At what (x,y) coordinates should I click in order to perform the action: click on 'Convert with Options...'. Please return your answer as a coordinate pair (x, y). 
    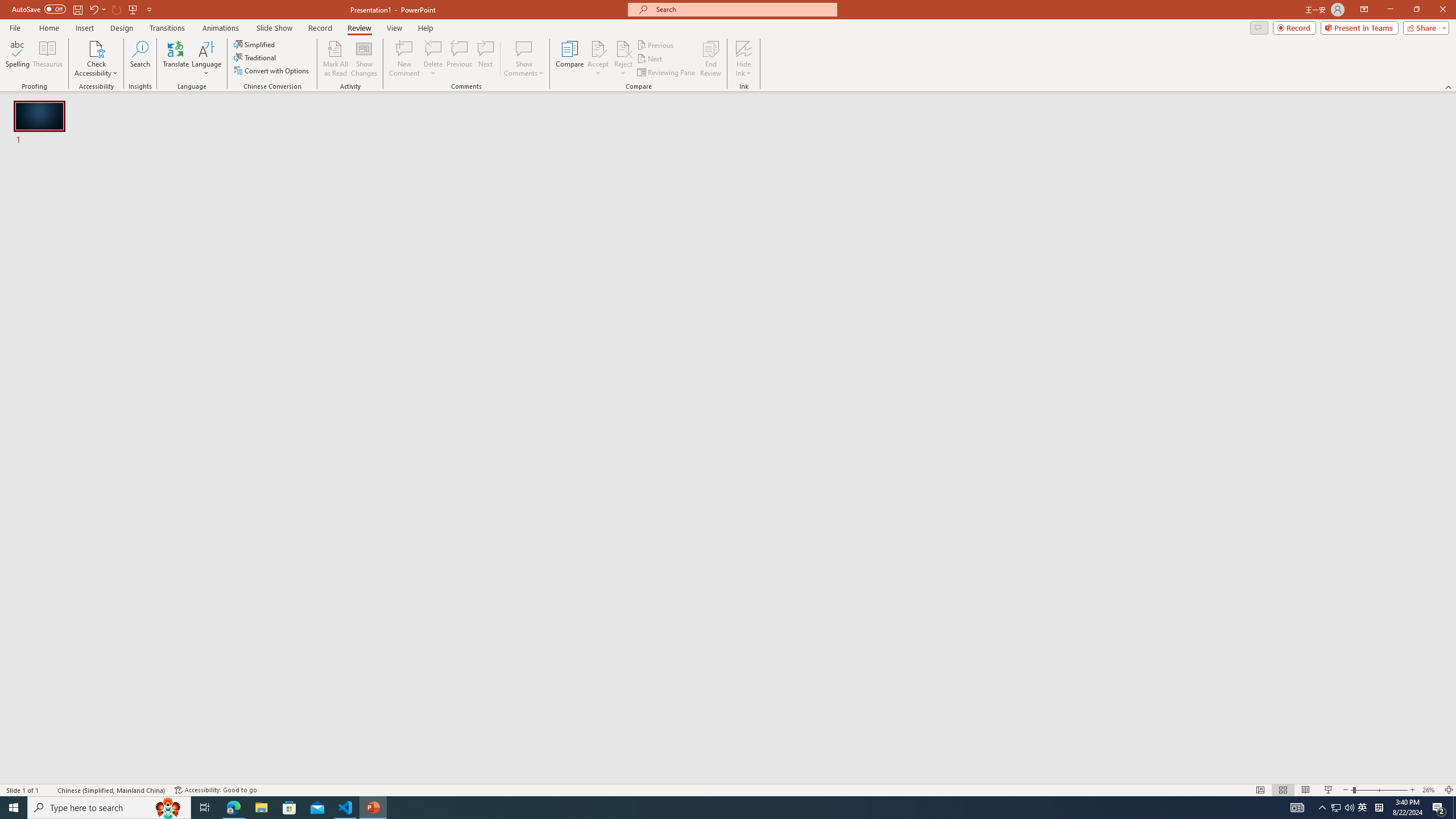
    Looking at the image, I should click on (271, 69).